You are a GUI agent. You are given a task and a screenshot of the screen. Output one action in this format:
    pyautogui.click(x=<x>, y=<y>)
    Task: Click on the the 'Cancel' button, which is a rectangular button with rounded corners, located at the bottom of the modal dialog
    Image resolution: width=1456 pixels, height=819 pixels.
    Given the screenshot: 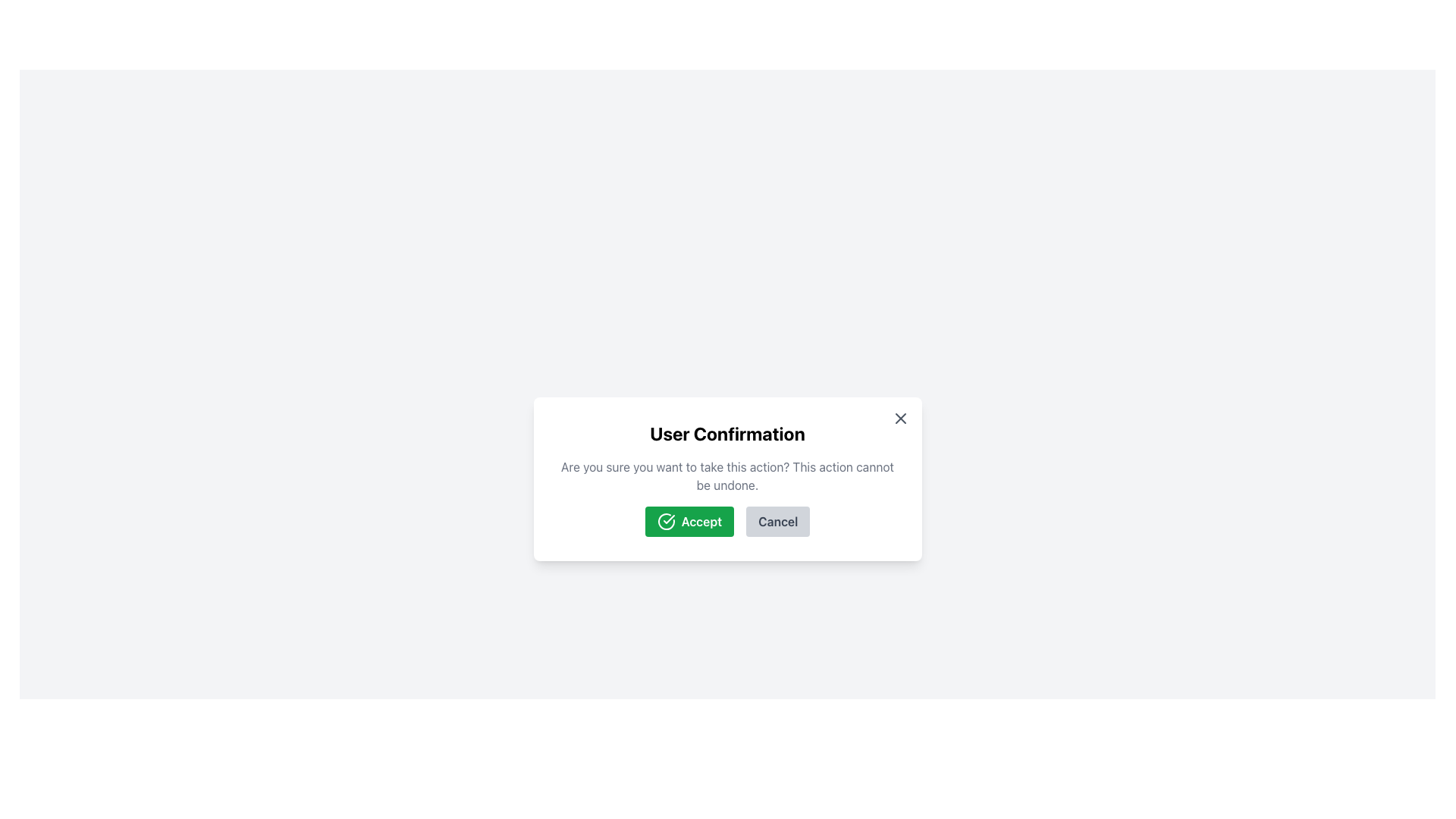 What is the action you would take?
    pyautogui.click(x=778, y=520)
    